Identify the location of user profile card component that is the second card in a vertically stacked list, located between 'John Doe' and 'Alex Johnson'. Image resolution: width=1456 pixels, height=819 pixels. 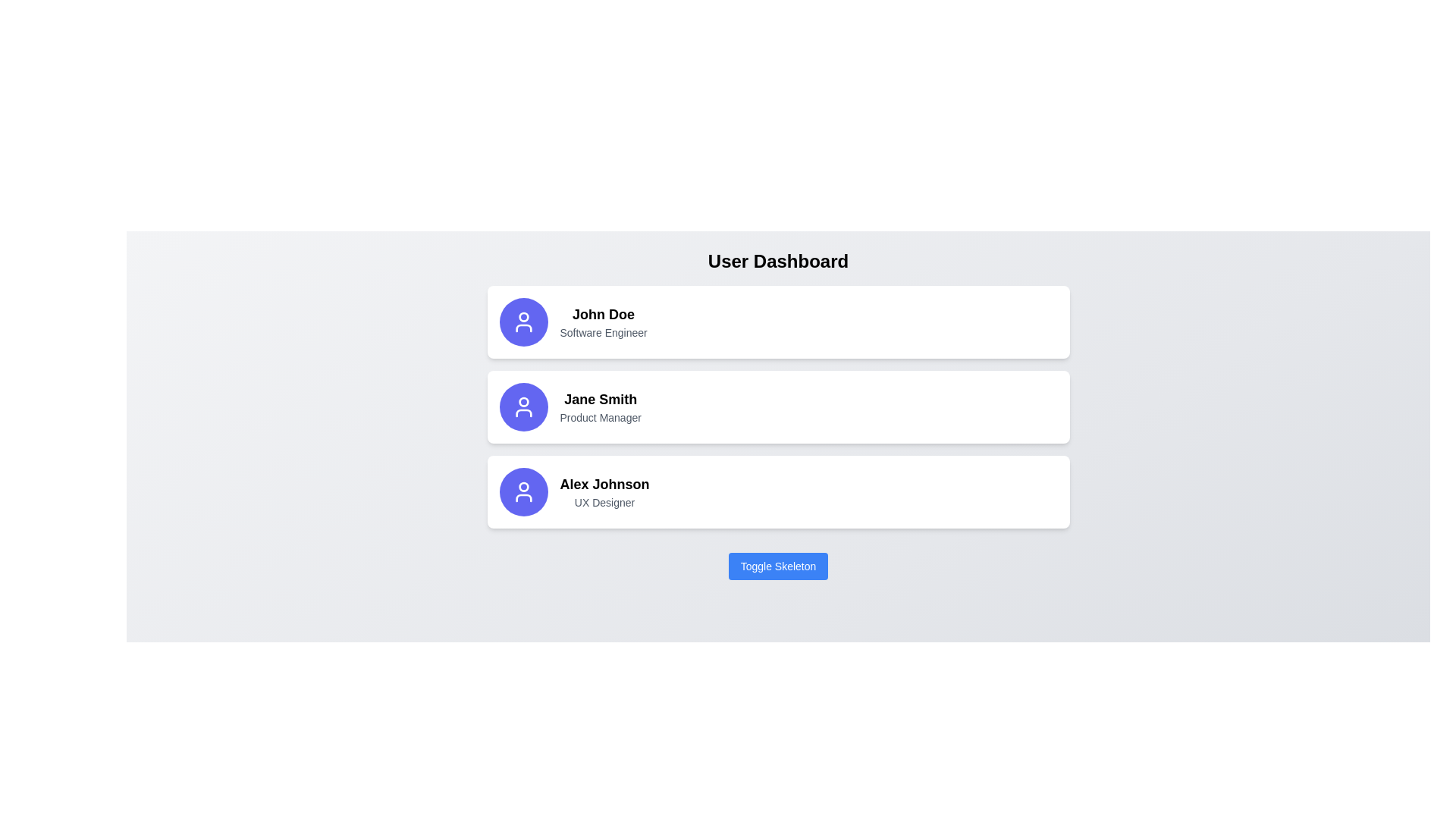
(778, 406).